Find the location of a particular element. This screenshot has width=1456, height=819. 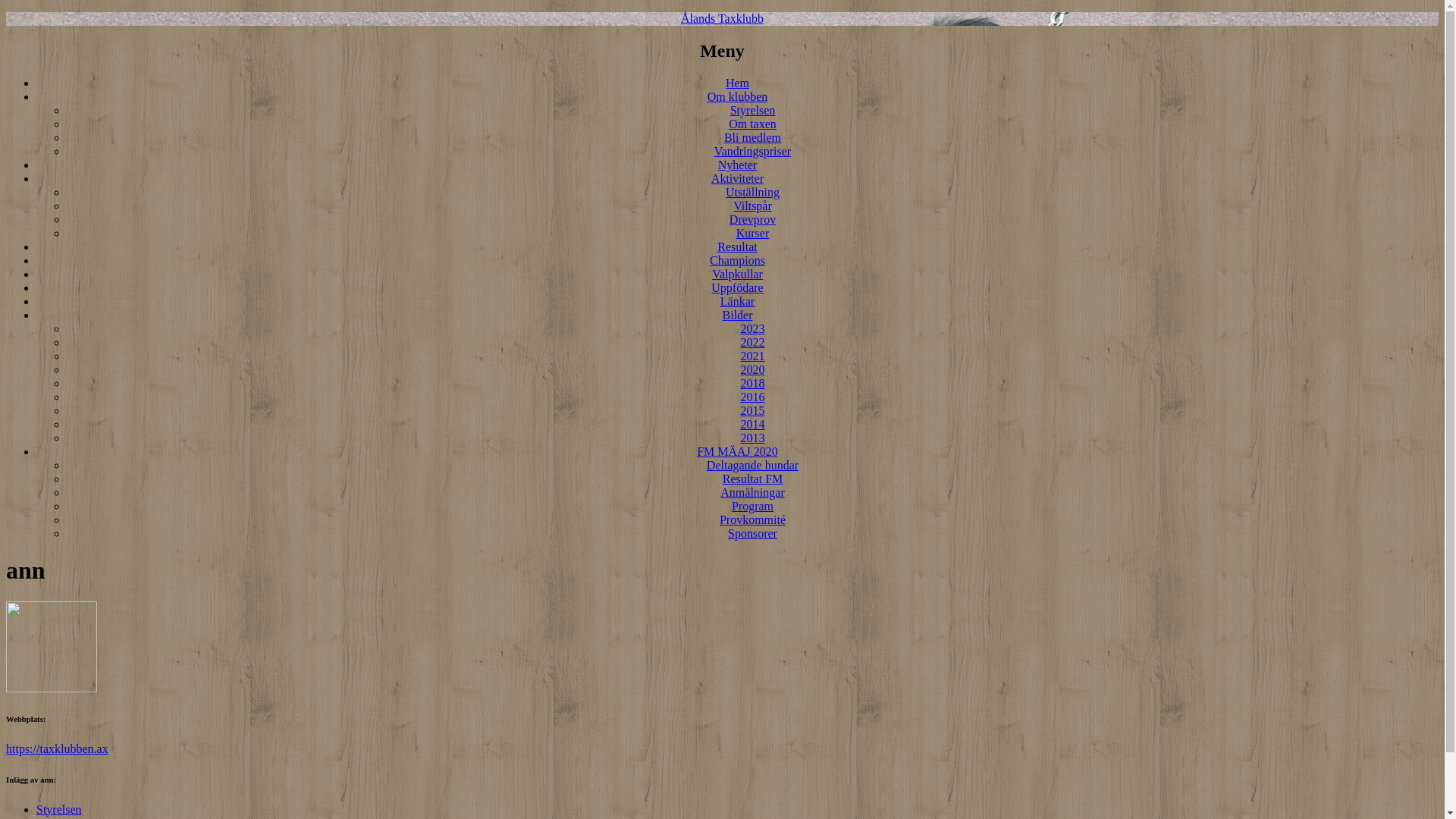

'Om taxen' is located at coordinates (752, 123).